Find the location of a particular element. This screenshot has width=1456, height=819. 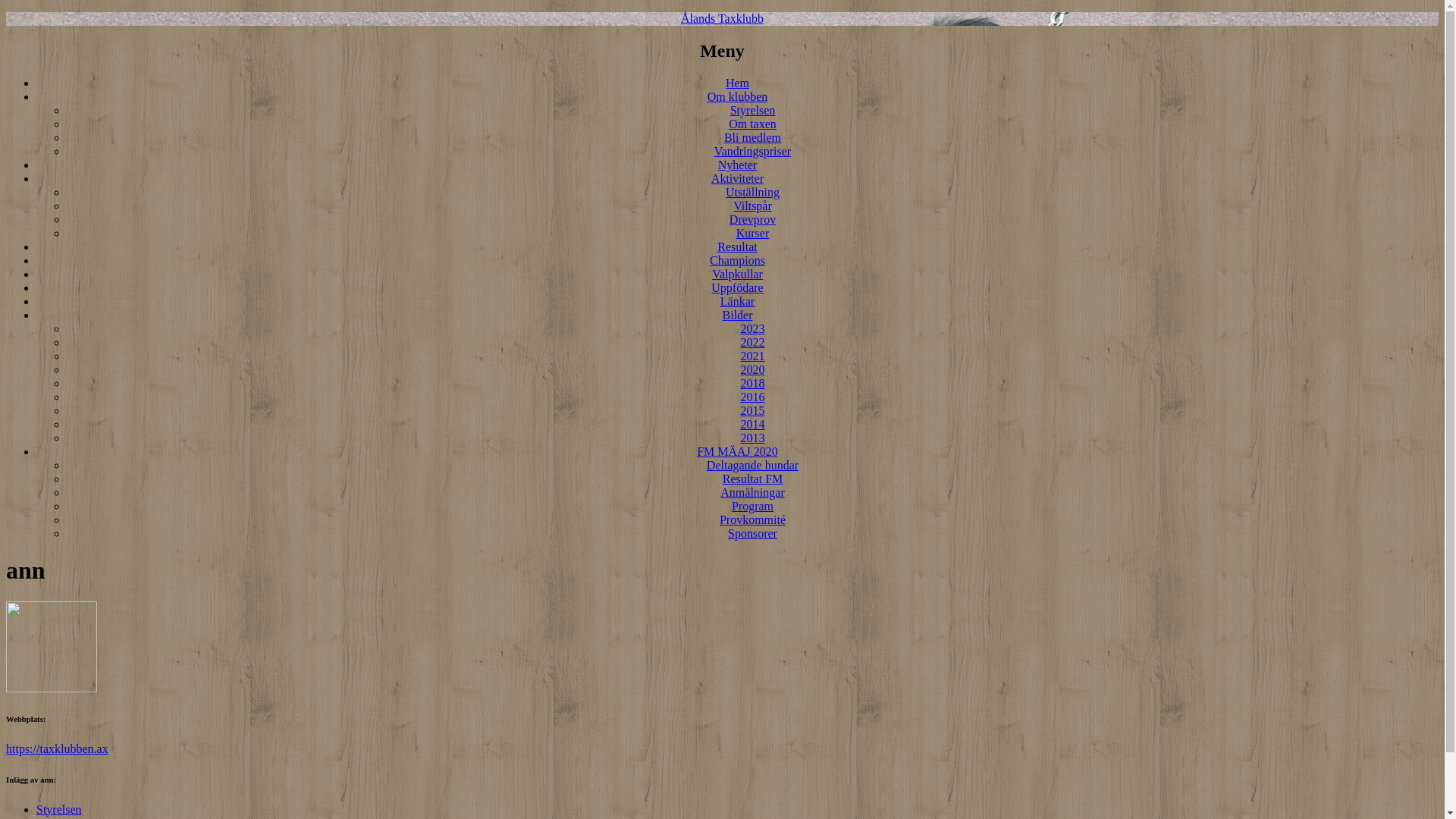

'Om taxen' is located at coordinates (752, 123).